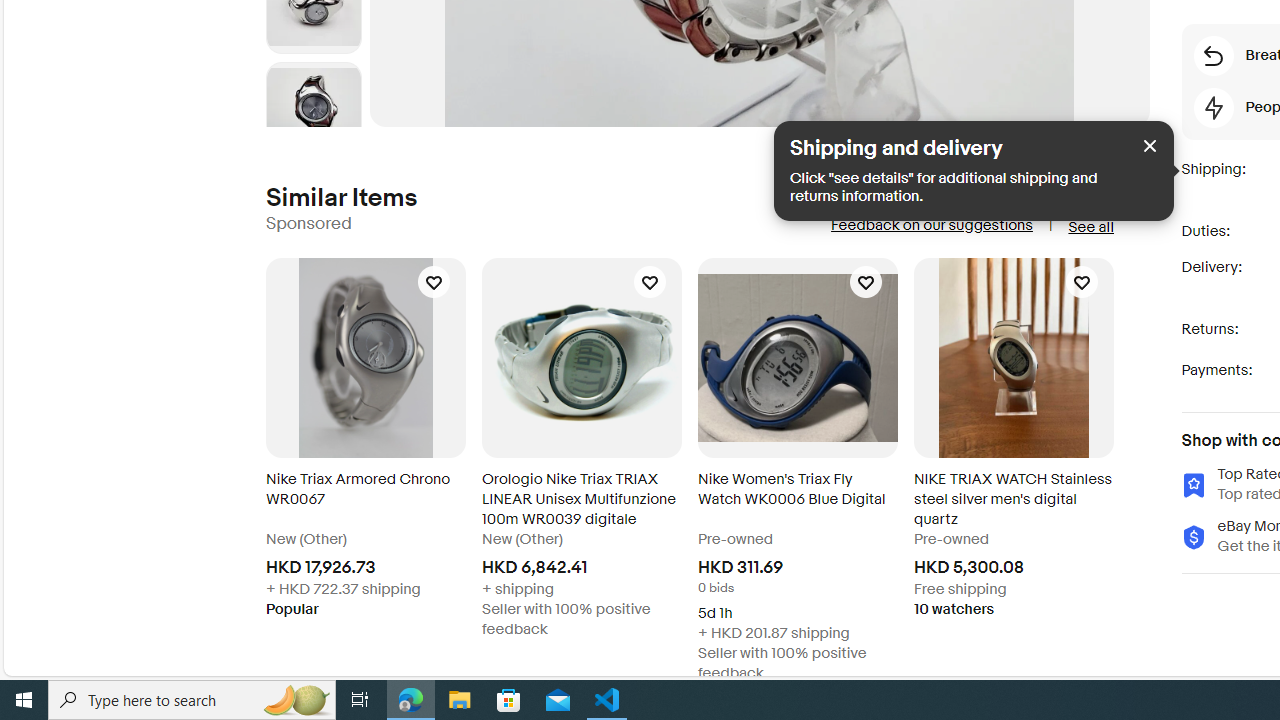  I want to click on 'Close dialog', so click(1150, 144).